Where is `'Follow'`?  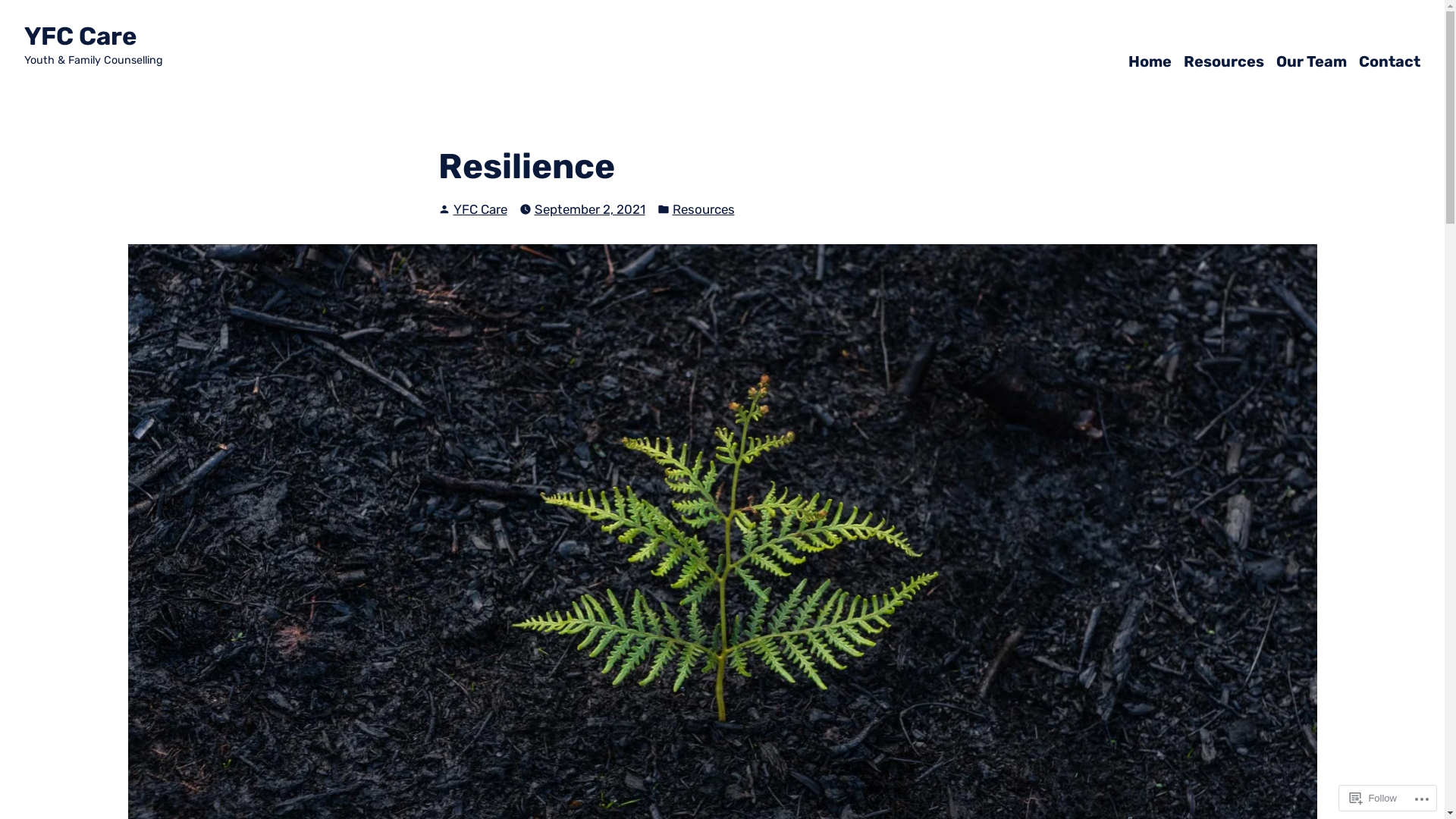 'Follow' is located at coordinates (1373, 797).